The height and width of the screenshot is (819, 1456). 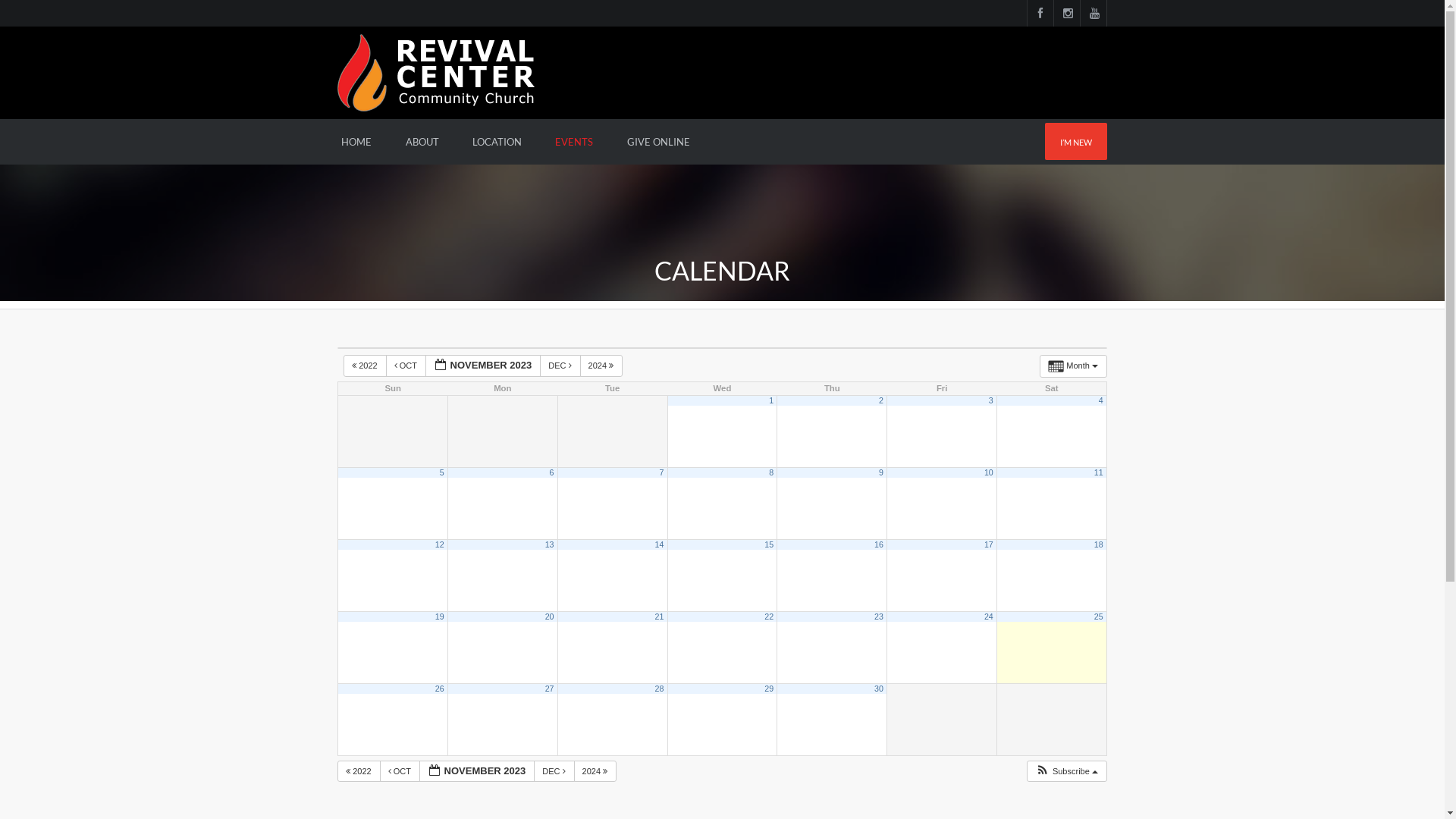 What do you see at coordinates (457, 141) in the screenshot?
I see `'LOCATION'` at bounding box center [457, 141].